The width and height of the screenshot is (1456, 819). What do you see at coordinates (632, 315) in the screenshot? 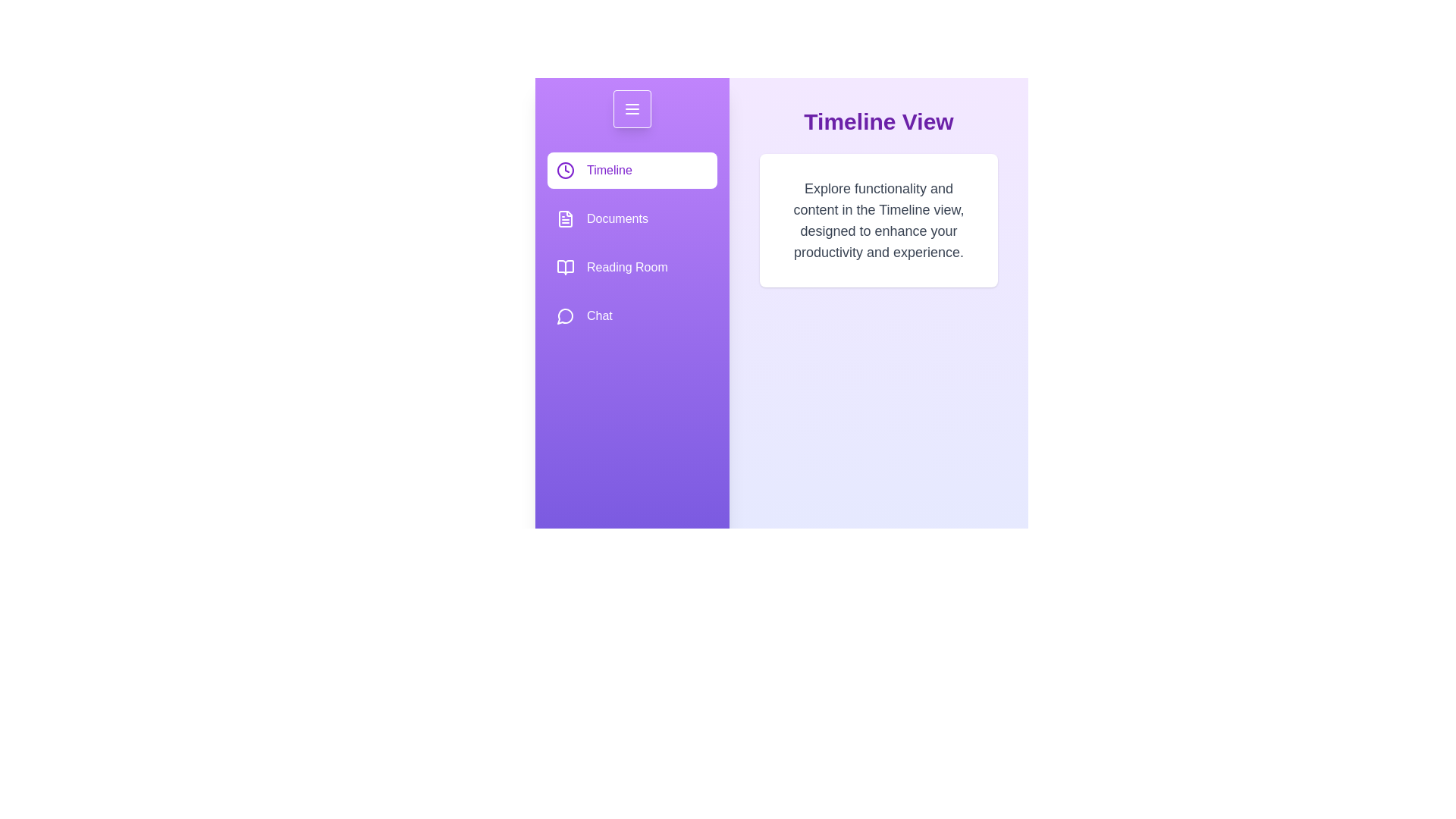
I see `the Chat option from the drawer menu` at bounding box center [632, 315].